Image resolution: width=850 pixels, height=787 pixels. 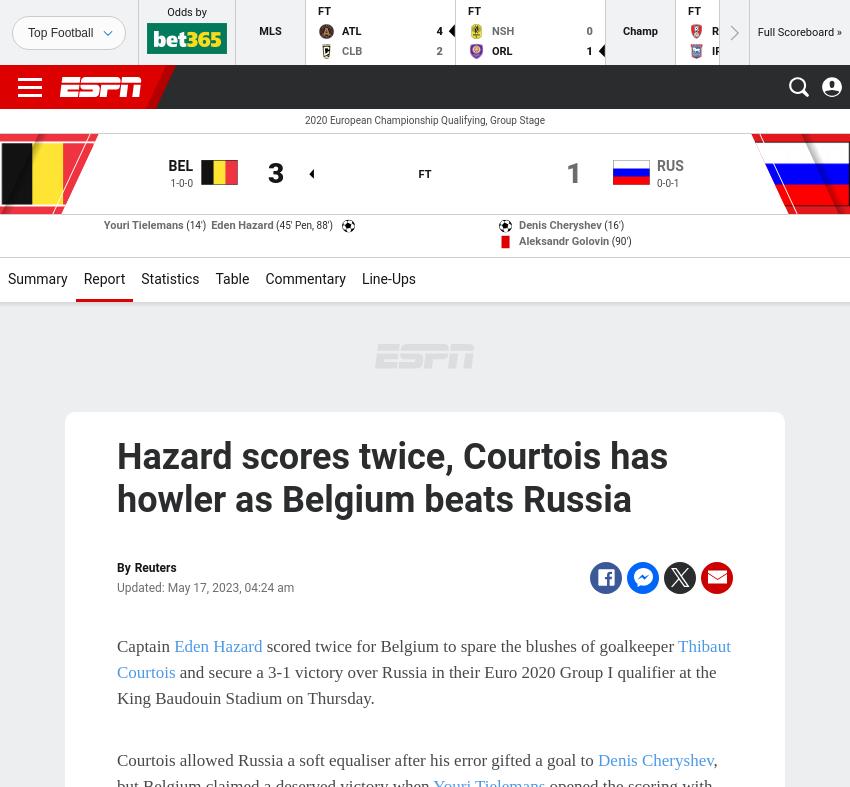 What do you see at coordinates (103, 277) in the screenshot?
I see `'Report'` at bounding box center [103, 277].